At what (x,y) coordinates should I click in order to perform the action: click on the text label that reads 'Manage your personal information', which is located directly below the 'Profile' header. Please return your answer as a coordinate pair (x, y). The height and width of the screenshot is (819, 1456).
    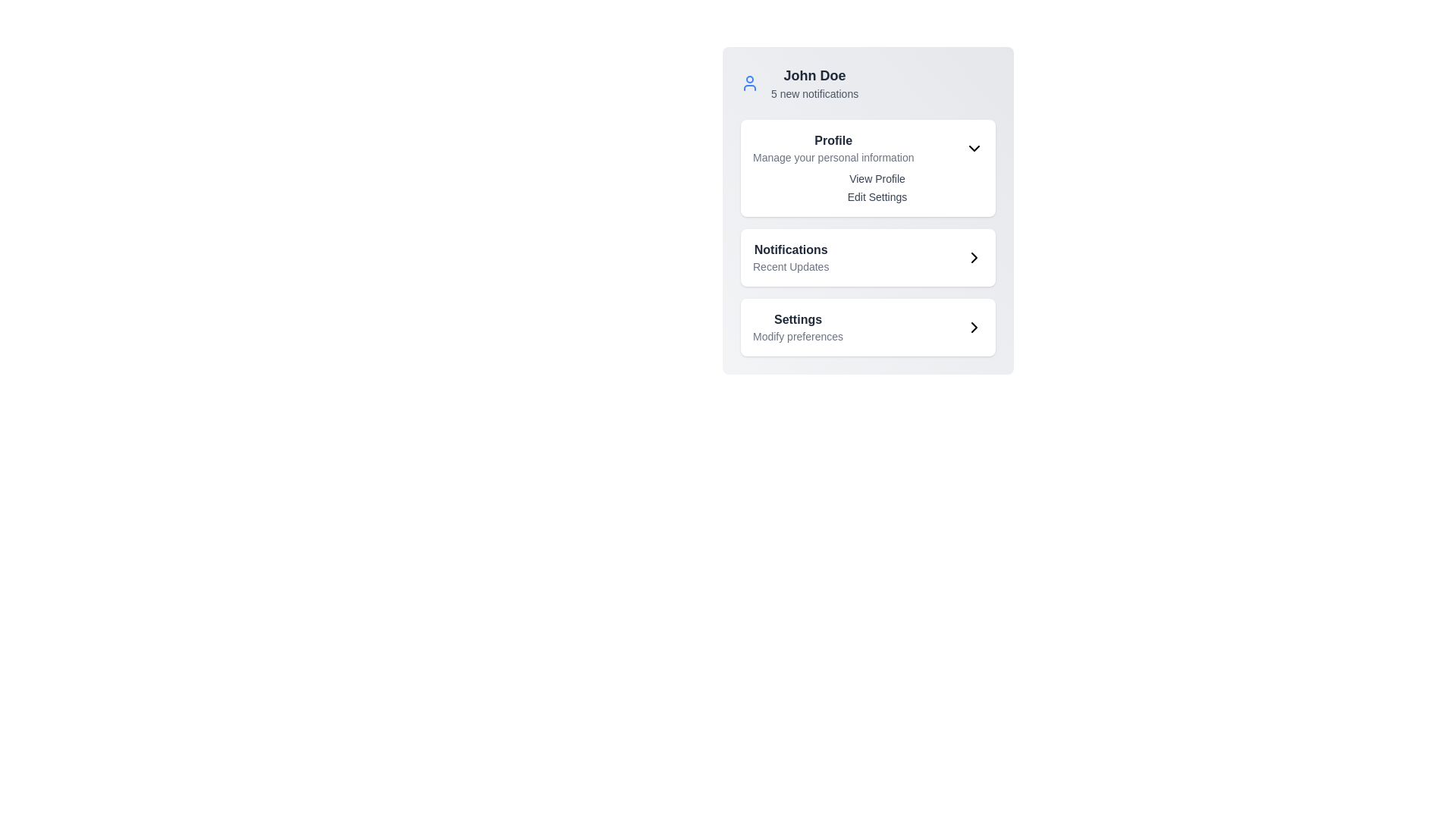
    Looking at the image, I should click on (833, 158).